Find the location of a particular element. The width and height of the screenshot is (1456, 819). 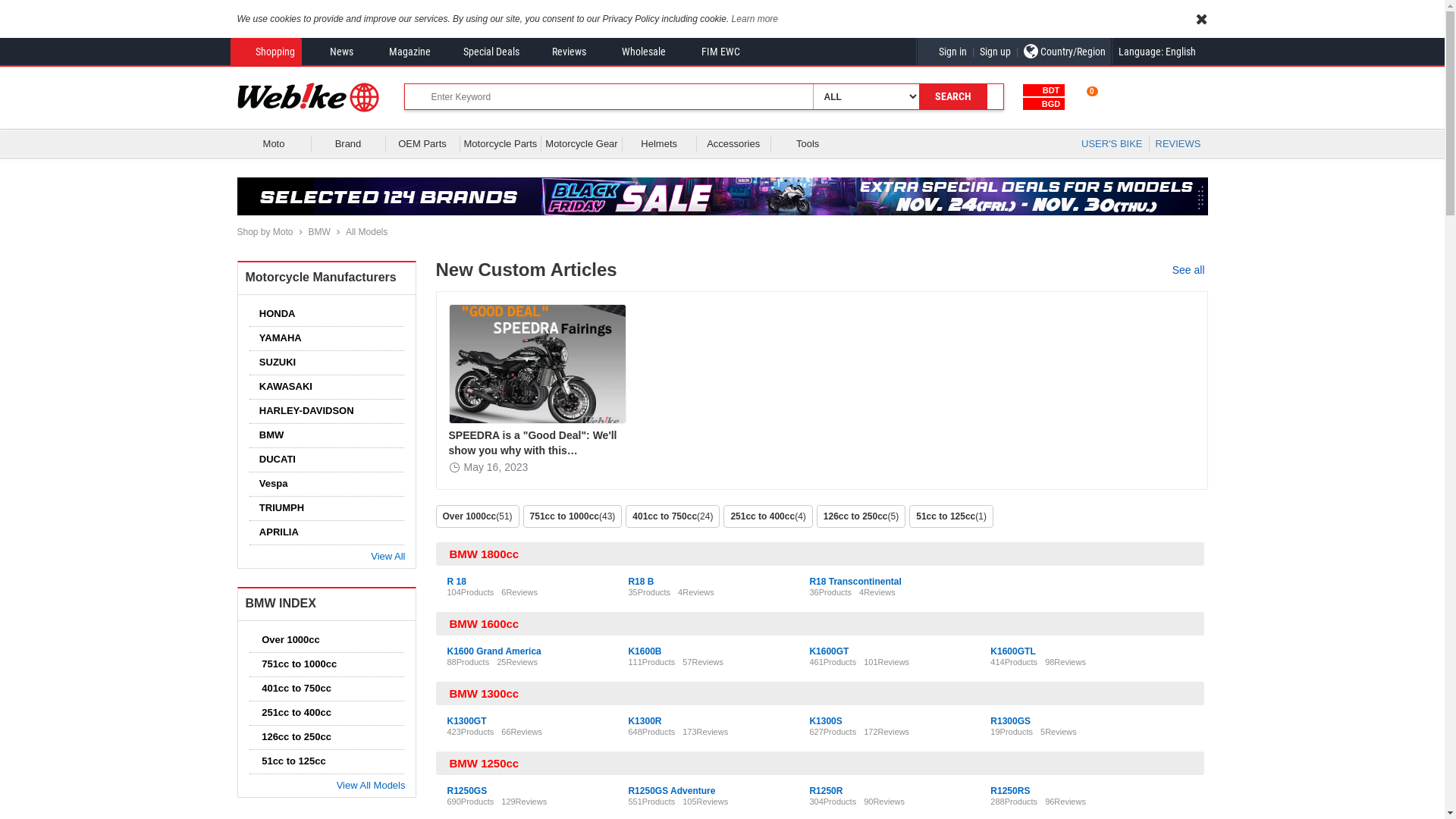

'REVIEWS' is located at coordinates (1178, 143).